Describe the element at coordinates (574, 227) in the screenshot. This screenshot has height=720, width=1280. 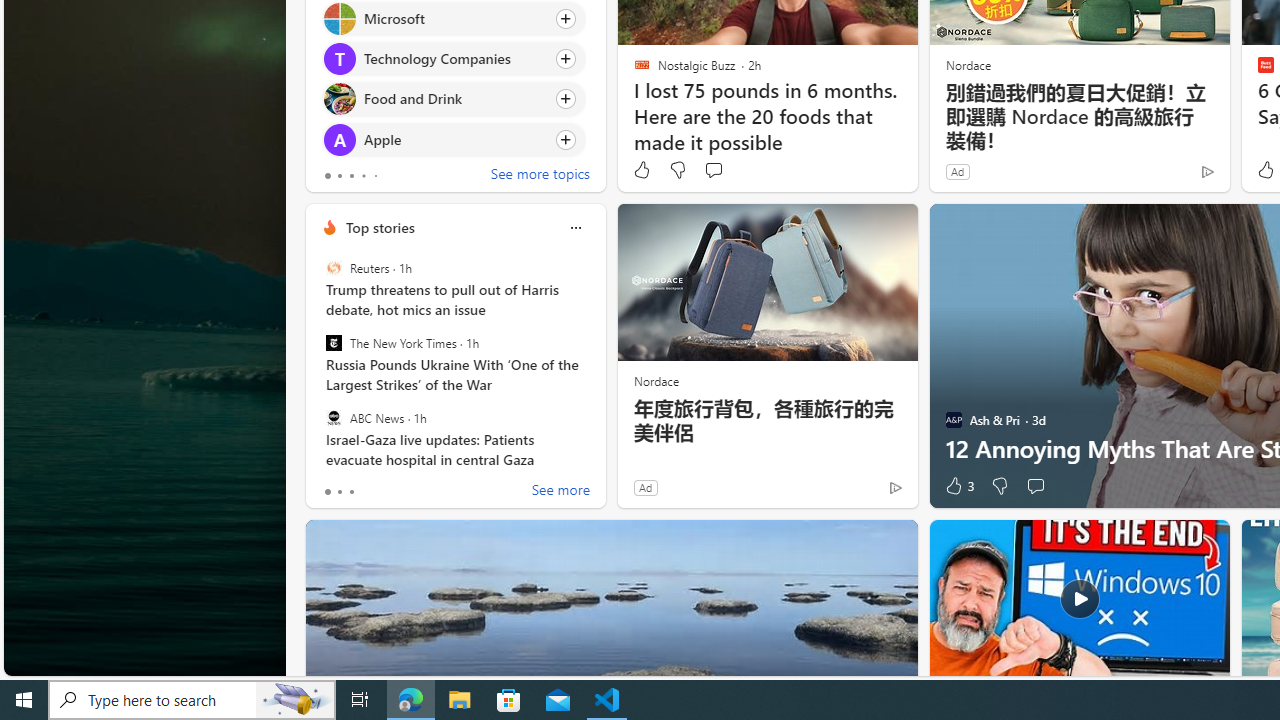
I see `'Class: icon-img'` at that location.